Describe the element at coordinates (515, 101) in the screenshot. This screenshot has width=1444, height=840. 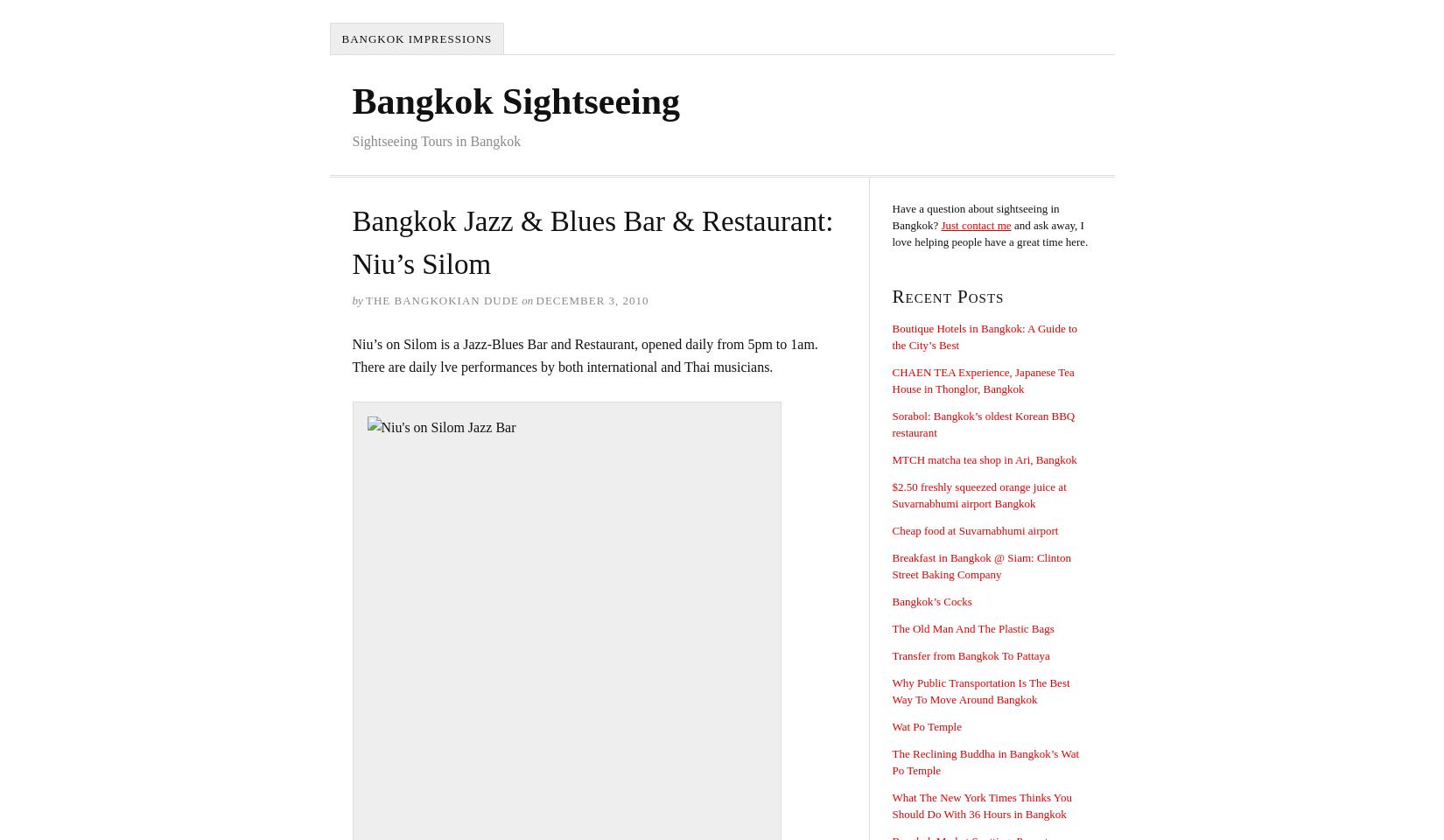
I see `'Bangkok Sightseeing'` at that location.